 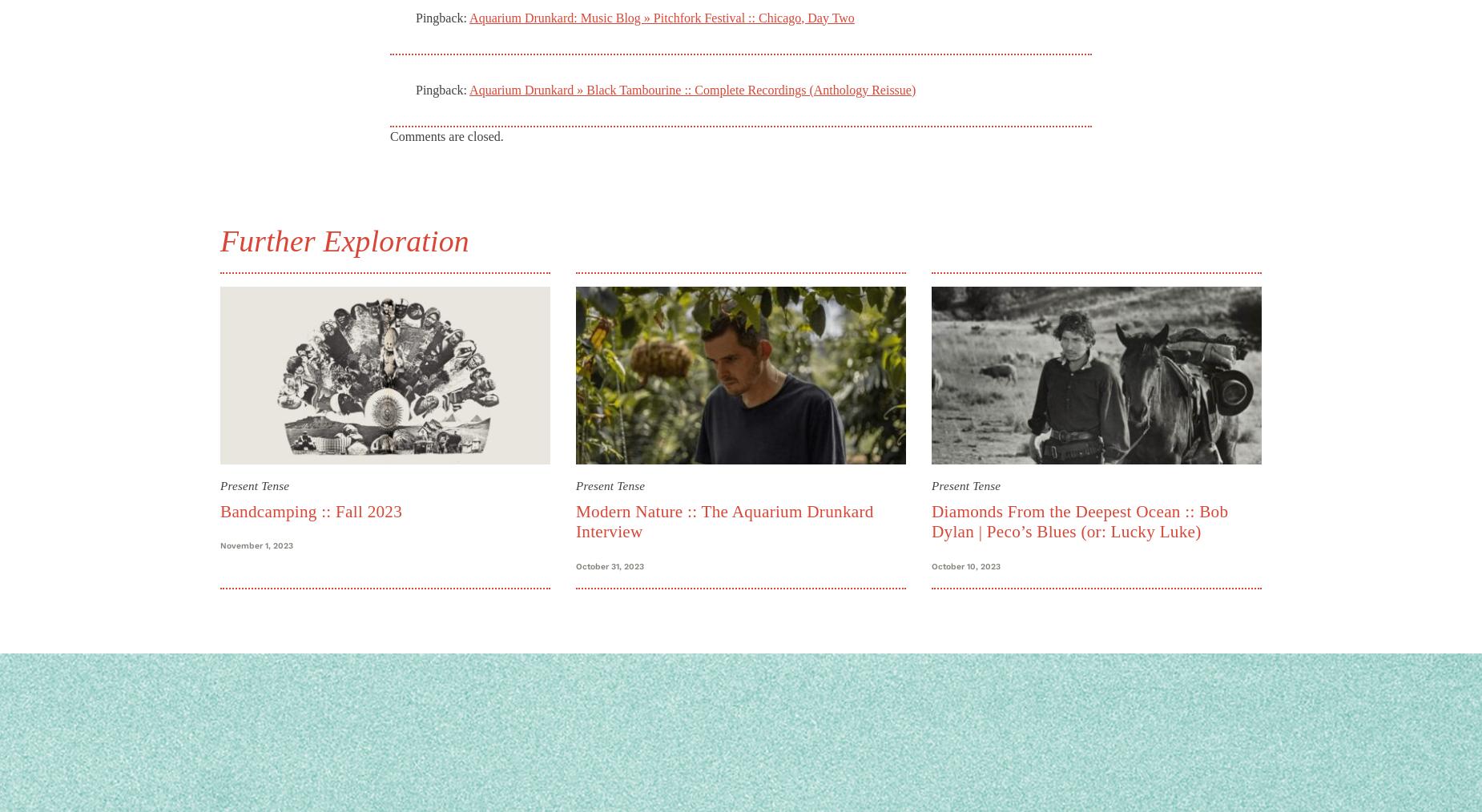 I want to click on 'Further Exploration', so click(x=343, y=240).